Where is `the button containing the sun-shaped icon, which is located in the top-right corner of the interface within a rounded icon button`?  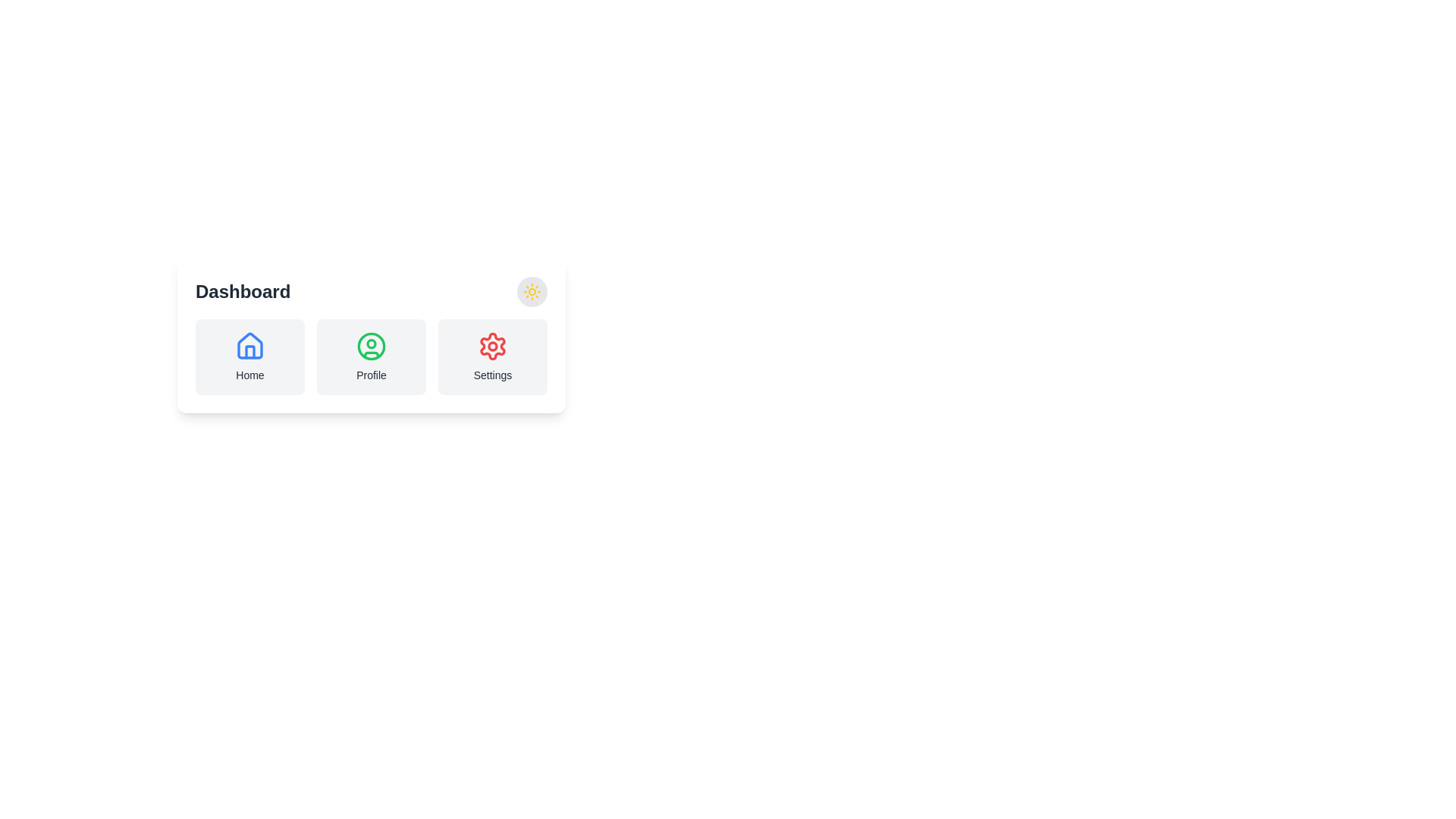 the button containing the sun-shaped icon, which is located in the top-right corner of the interface within a rounded icon button is located at coordinates (532, 292).